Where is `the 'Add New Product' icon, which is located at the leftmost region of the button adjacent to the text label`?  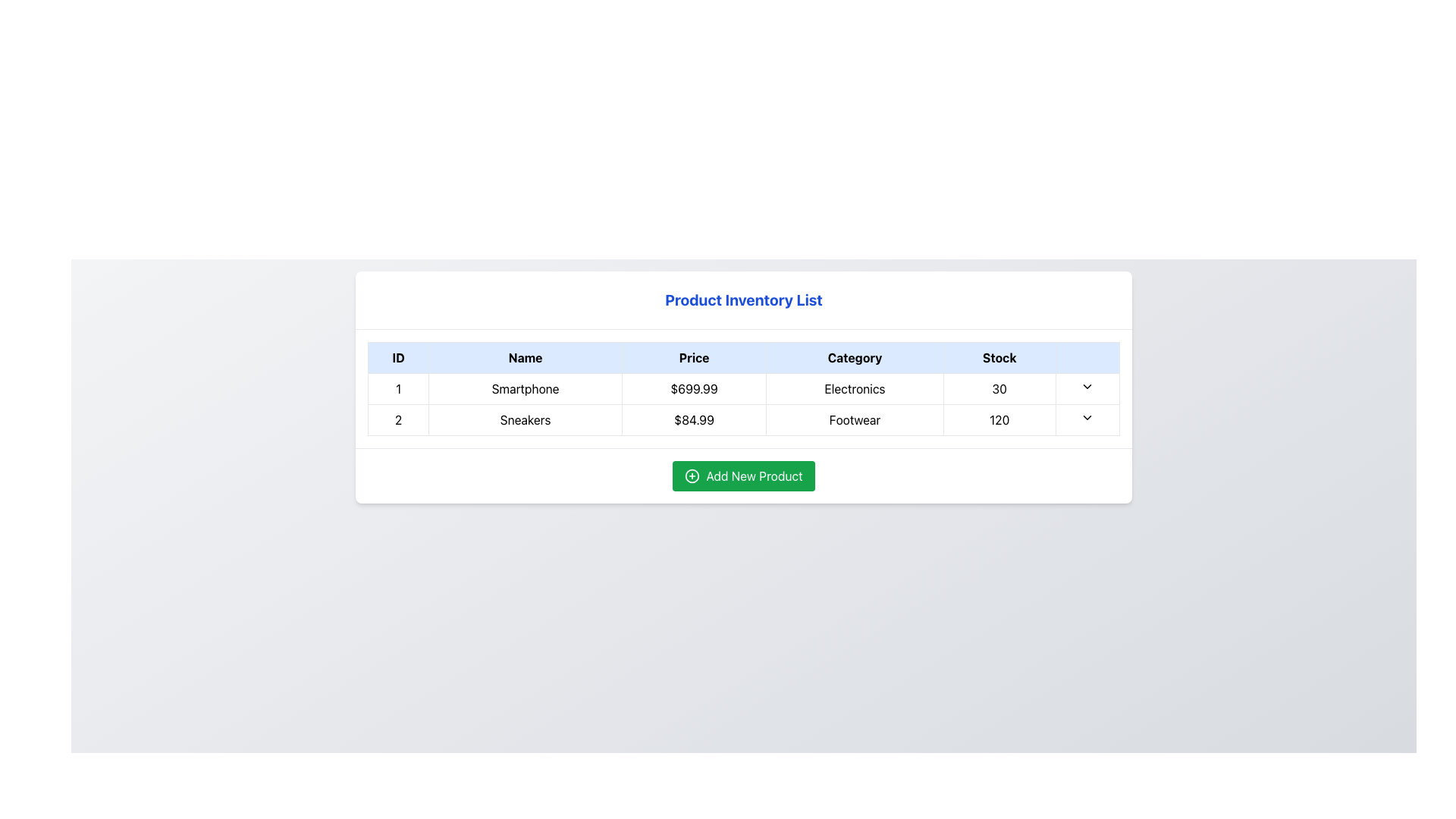
the 'Add New Product' icon, which is located at the leftmost region of the button adjacent to the text label is located at coordinates (692, 475).